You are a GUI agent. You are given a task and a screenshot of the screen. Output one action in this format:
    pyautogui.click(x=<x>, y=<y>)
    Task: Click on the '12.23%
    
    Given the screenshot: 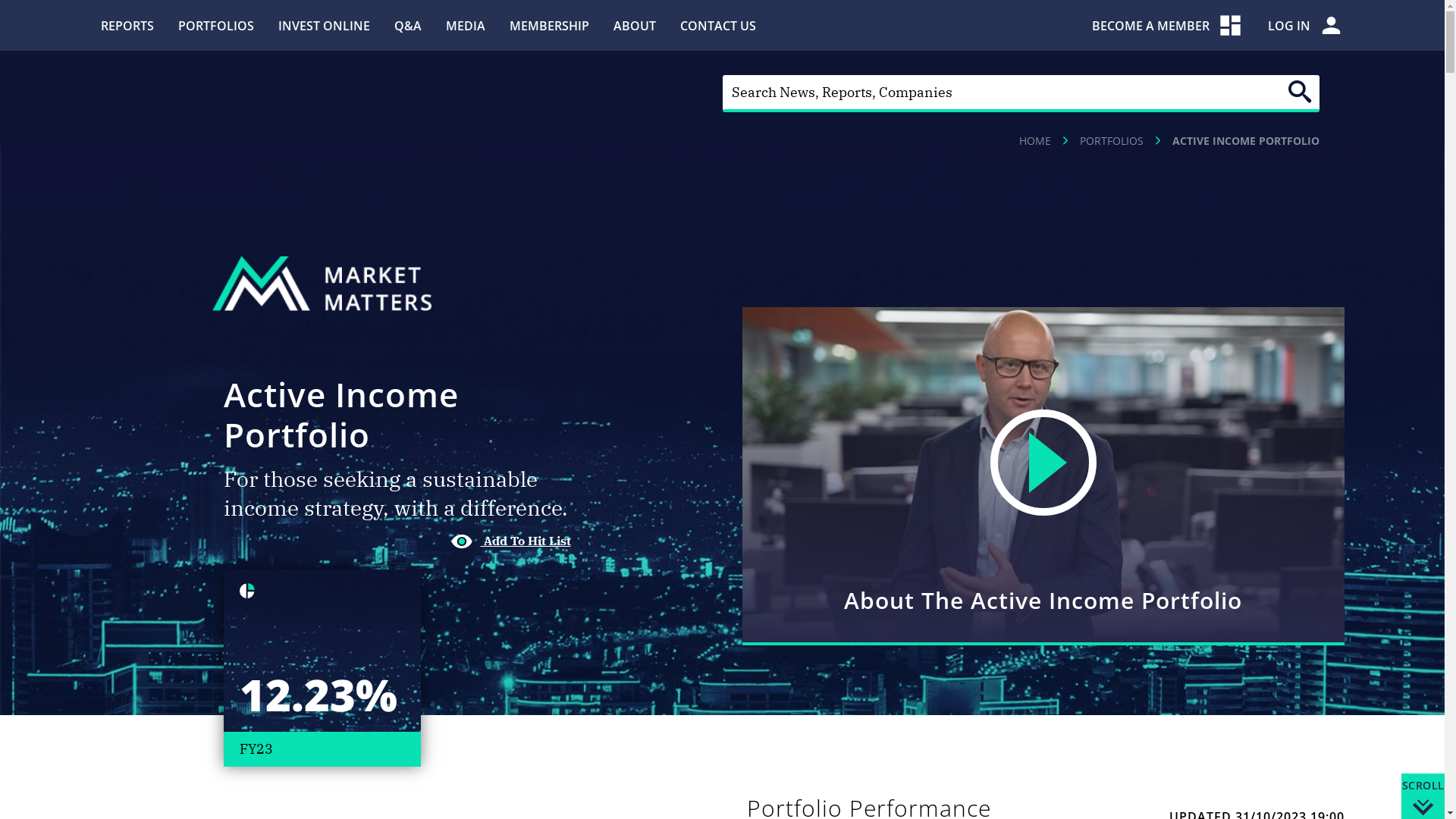 What is the action you would take?
    pyautogui.click(x=320, y=667)
    